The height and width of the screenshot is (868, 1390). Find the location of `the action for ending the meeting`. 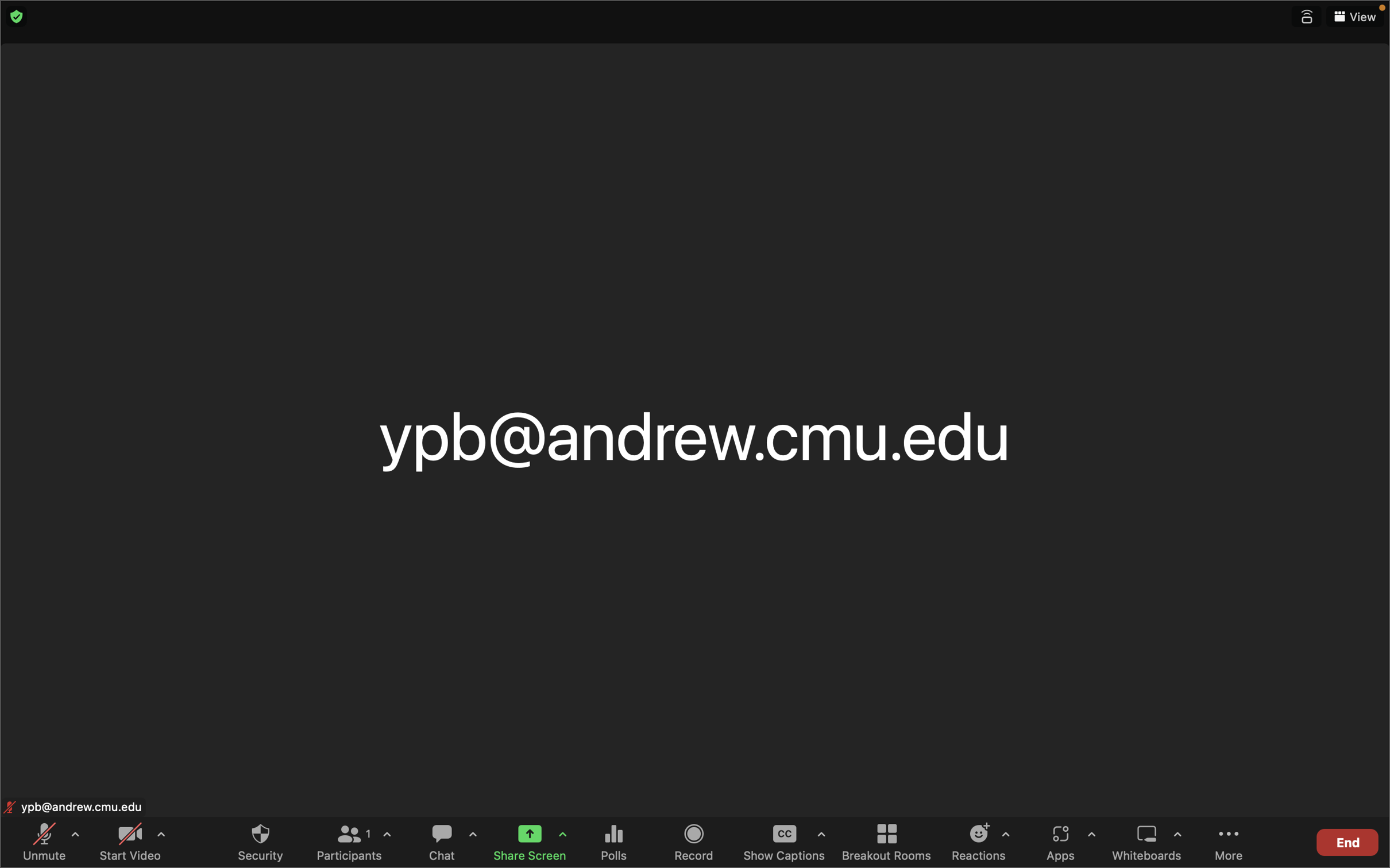

the action for ending the meeting is located at coordinates (1346, 840).